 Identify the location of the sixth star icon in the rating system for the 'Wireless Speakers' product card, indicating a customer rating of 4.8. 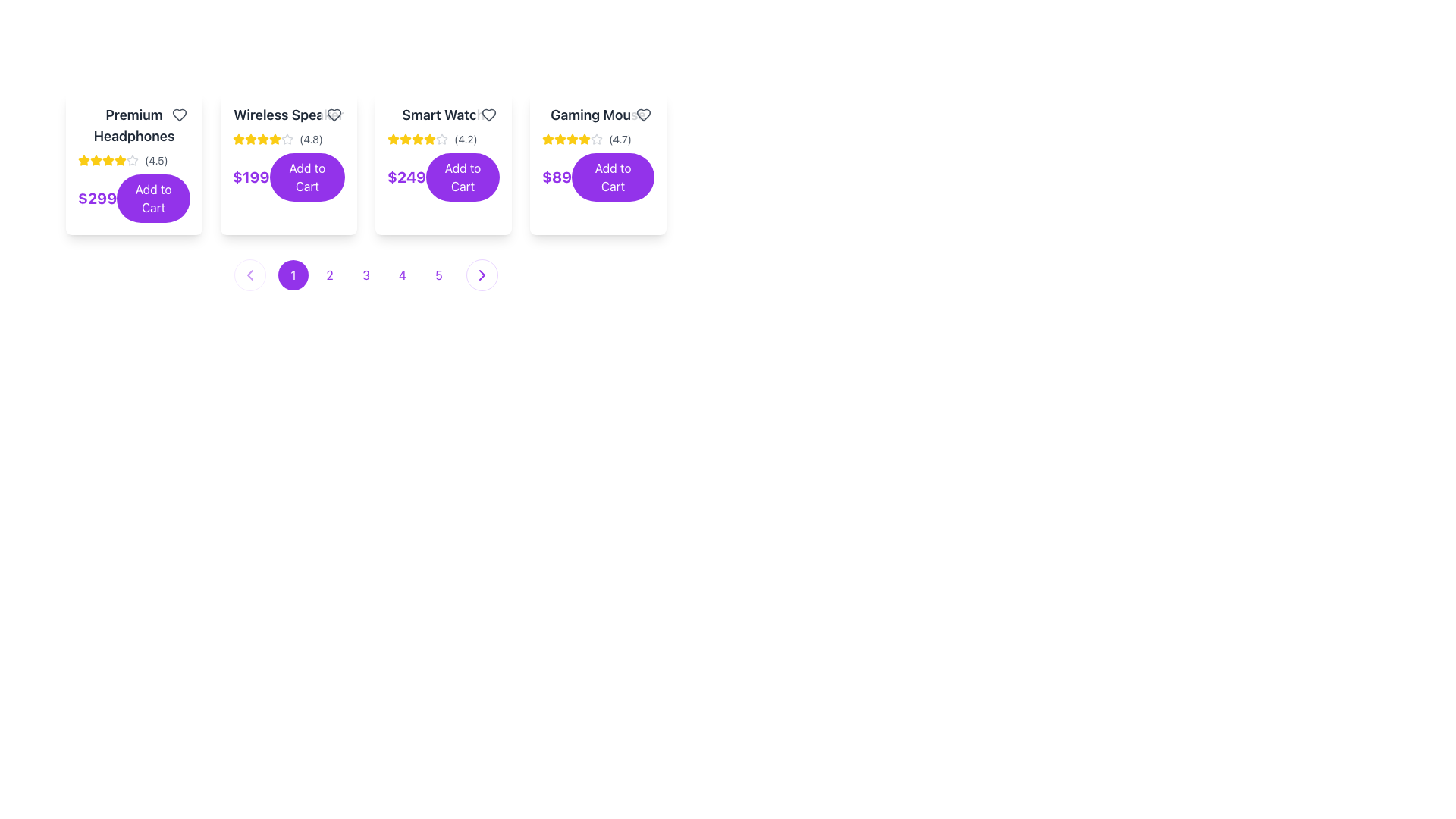
(275, 140).